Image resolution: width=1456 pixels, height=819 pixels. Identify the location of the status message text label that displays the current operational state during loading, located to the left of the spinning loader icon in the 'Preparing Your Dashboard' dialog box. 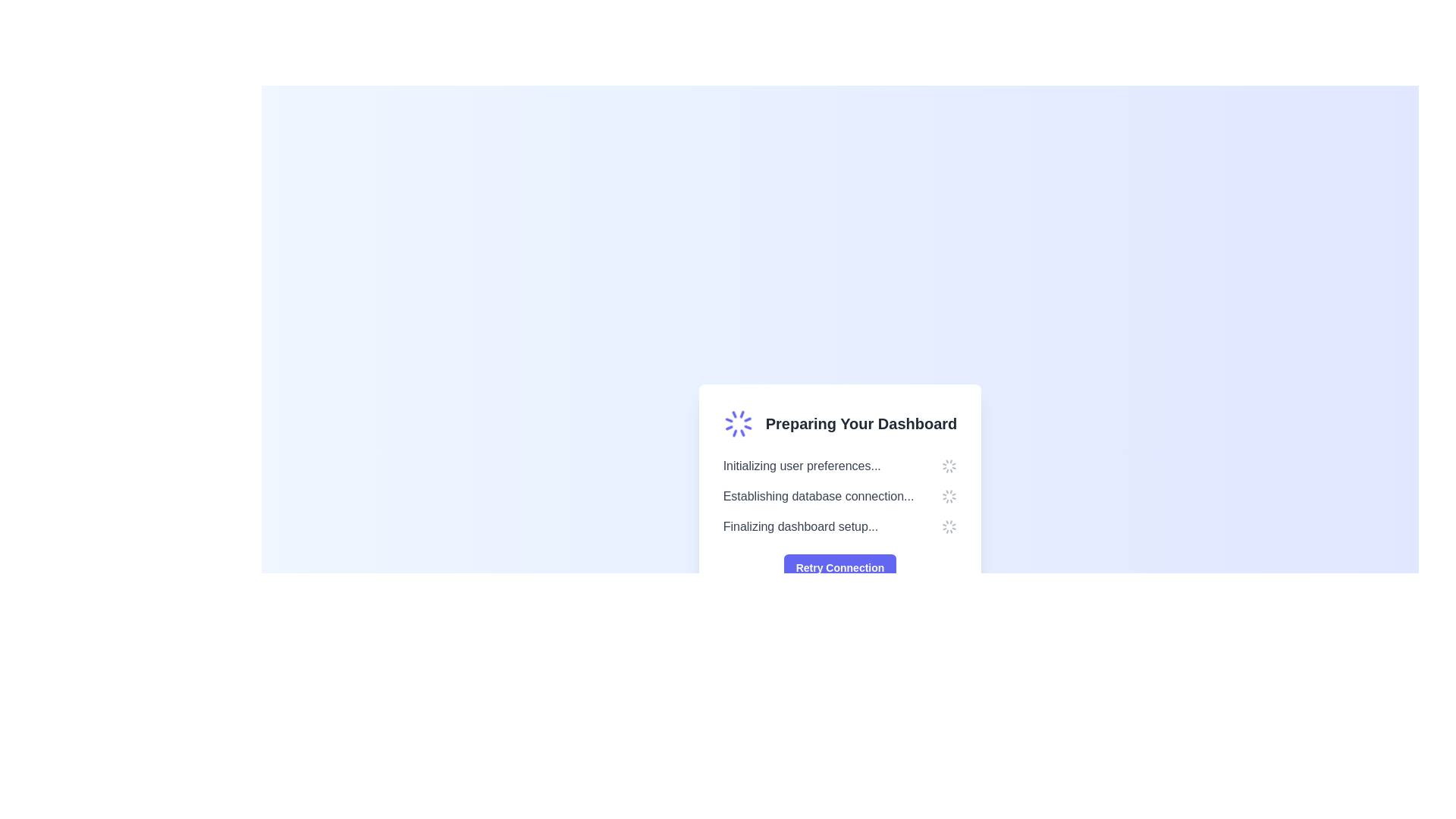
(801, 465).